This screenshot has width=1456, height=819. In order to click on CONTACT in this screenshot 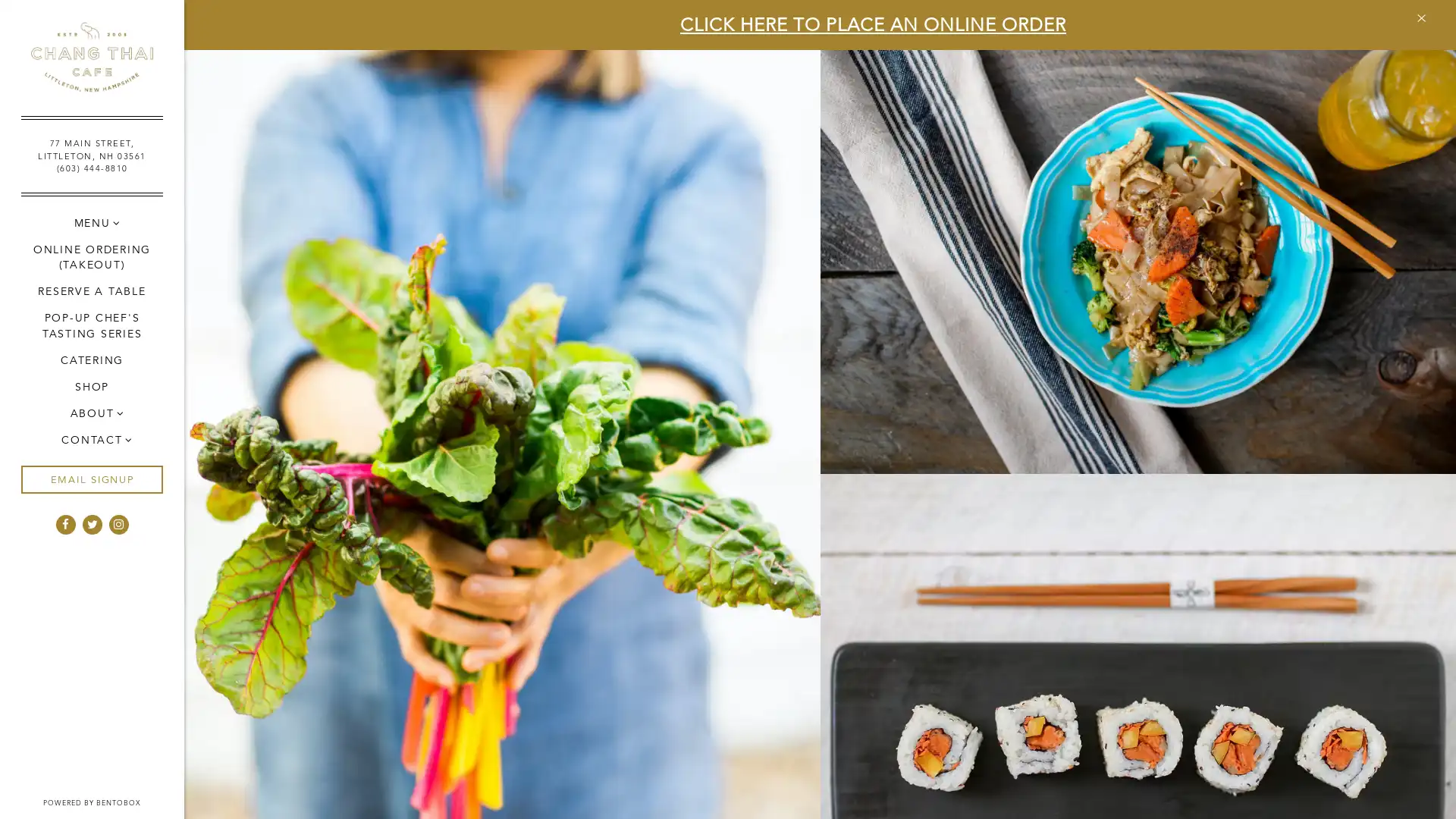, I will do `click(90, 439)`.